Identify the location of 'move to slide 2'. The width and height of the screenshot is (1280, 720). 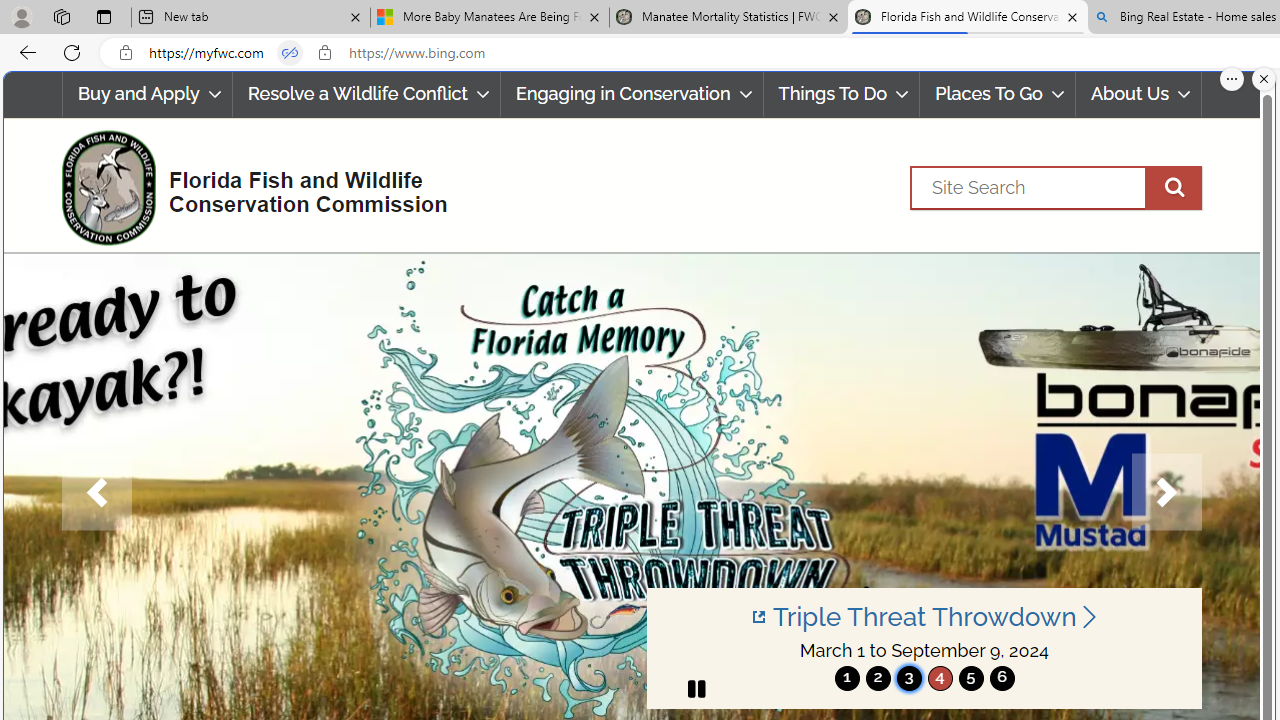
(878, 677).